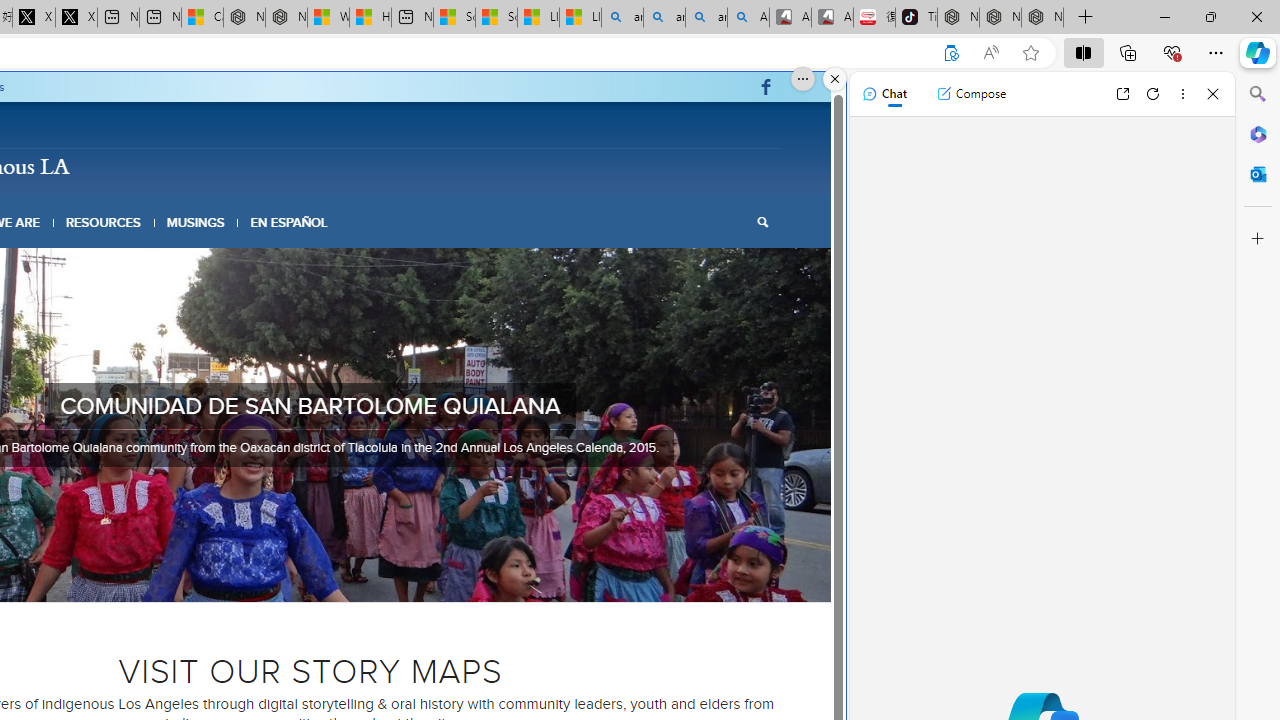  Describe the element at coordinates (971, 93) in the screenshot. I see `'Compose'` at that location.